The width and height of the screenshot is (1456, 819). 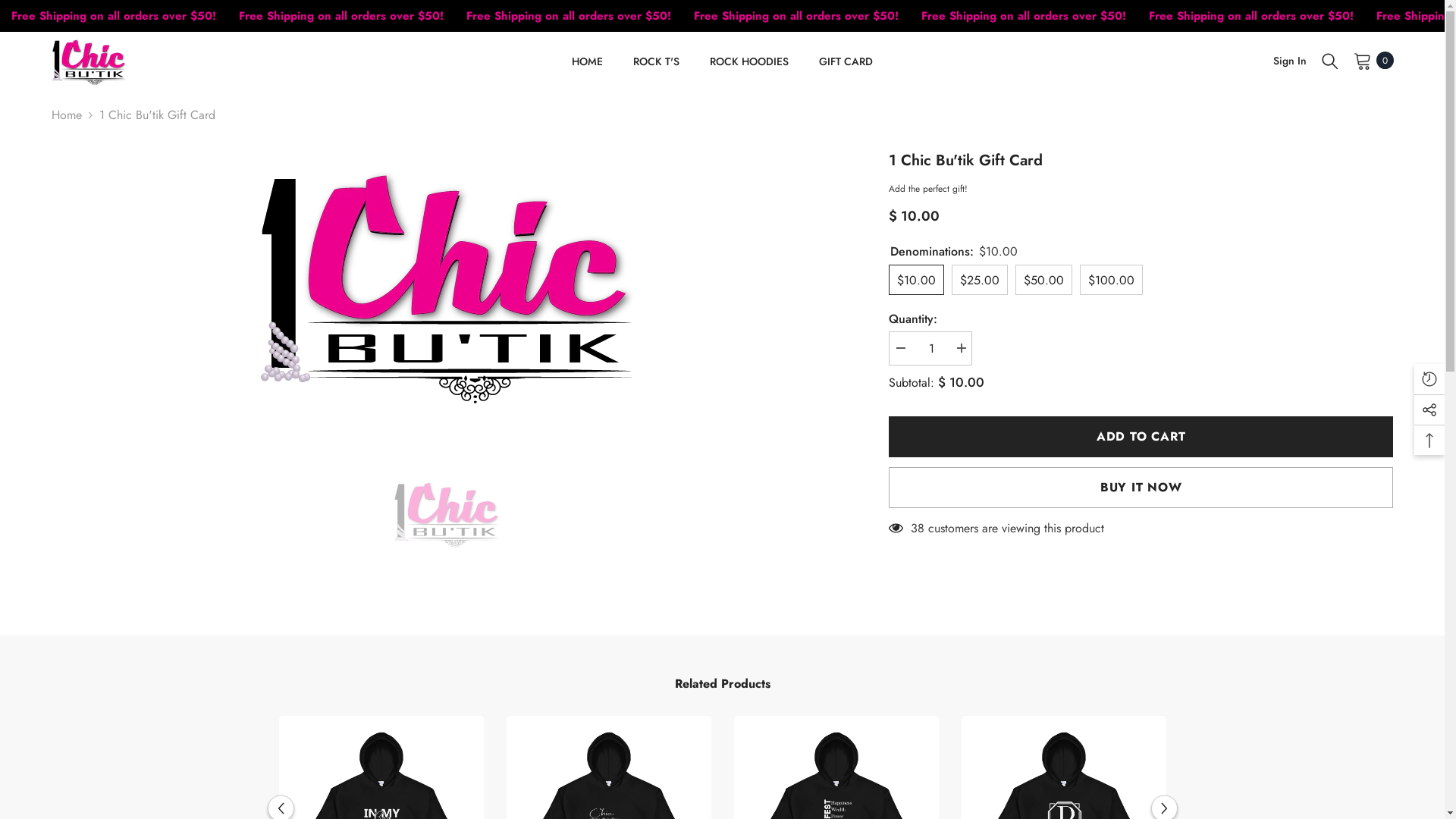 What do you see at coordinates (845, 71) in the screenshot?
I see `'GIFT CARD'` at bounding box center [845, 71].